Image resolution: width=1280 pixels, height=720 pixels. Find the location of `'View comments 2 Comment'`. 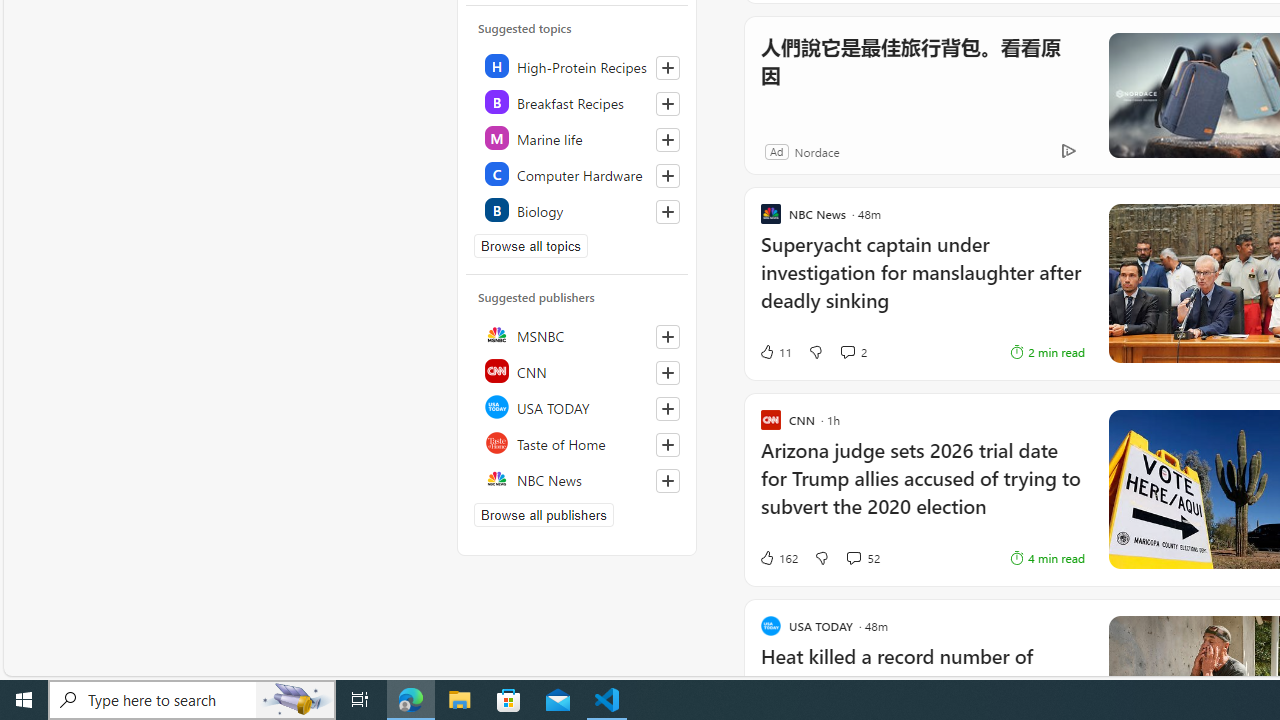

'View comments 2 Comment' is located at coordinates (847, 351).